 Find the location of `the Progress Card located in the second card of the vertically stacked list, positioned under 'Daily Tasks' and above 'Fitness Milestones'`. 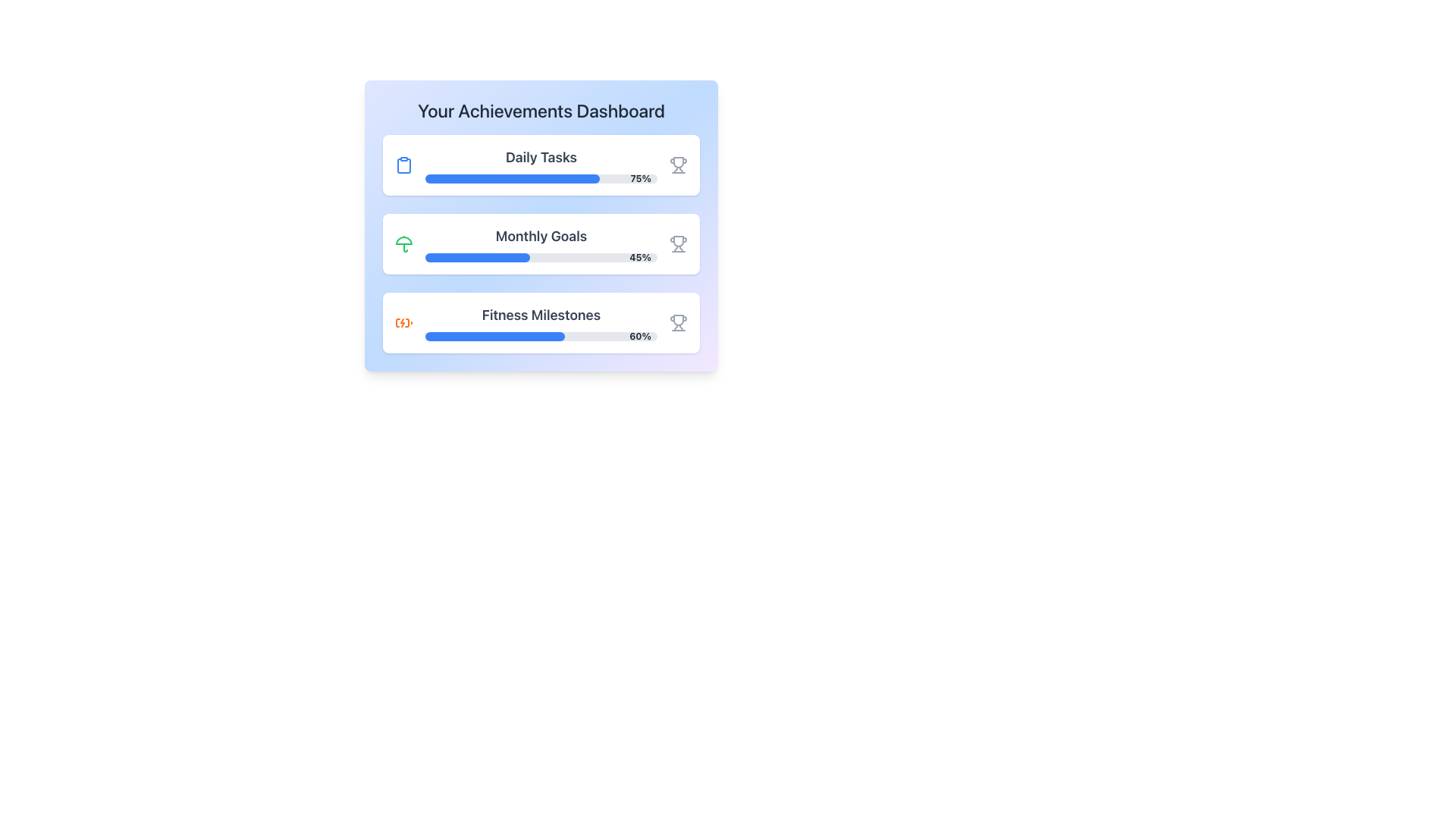

the Progress Card located in the second card of the vertically stacked list, positioned under 'Daily Tasks' and above 'Fitness Milestones' is located at coordinates (541, 243).